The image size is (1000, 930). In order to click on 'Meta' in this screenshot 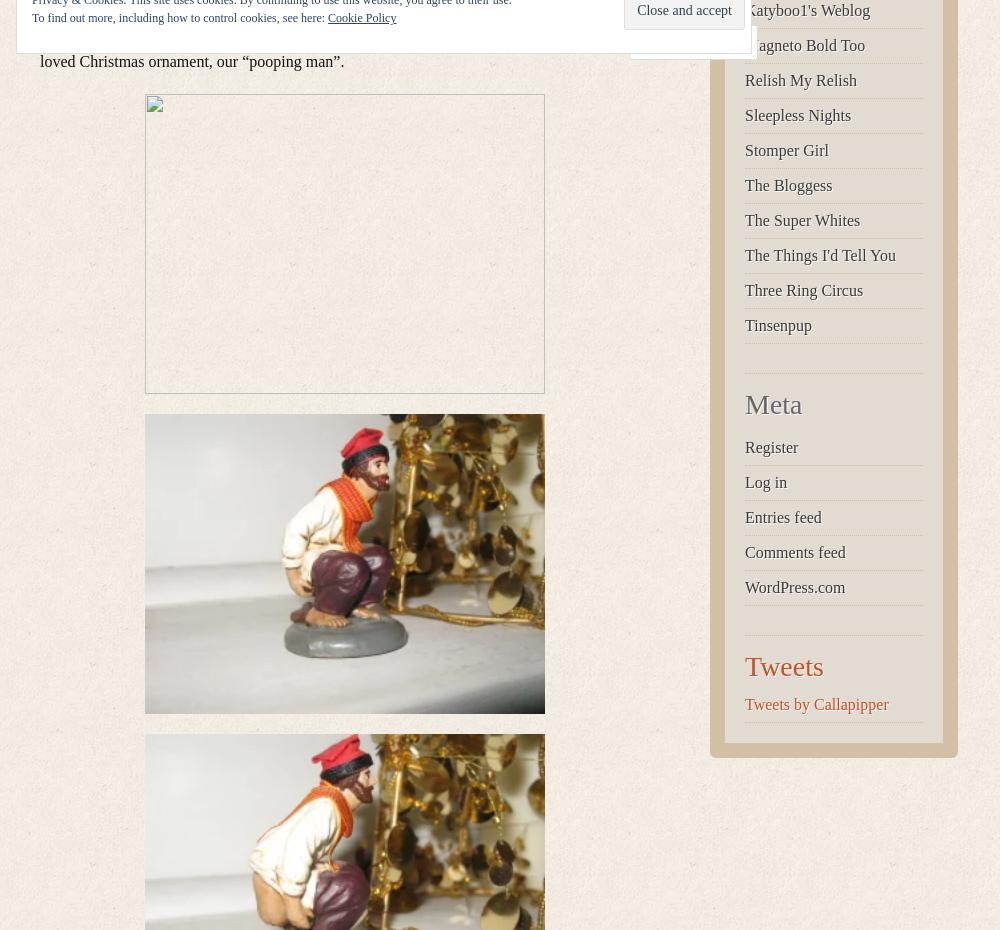, I will do `click(773, 404)`.